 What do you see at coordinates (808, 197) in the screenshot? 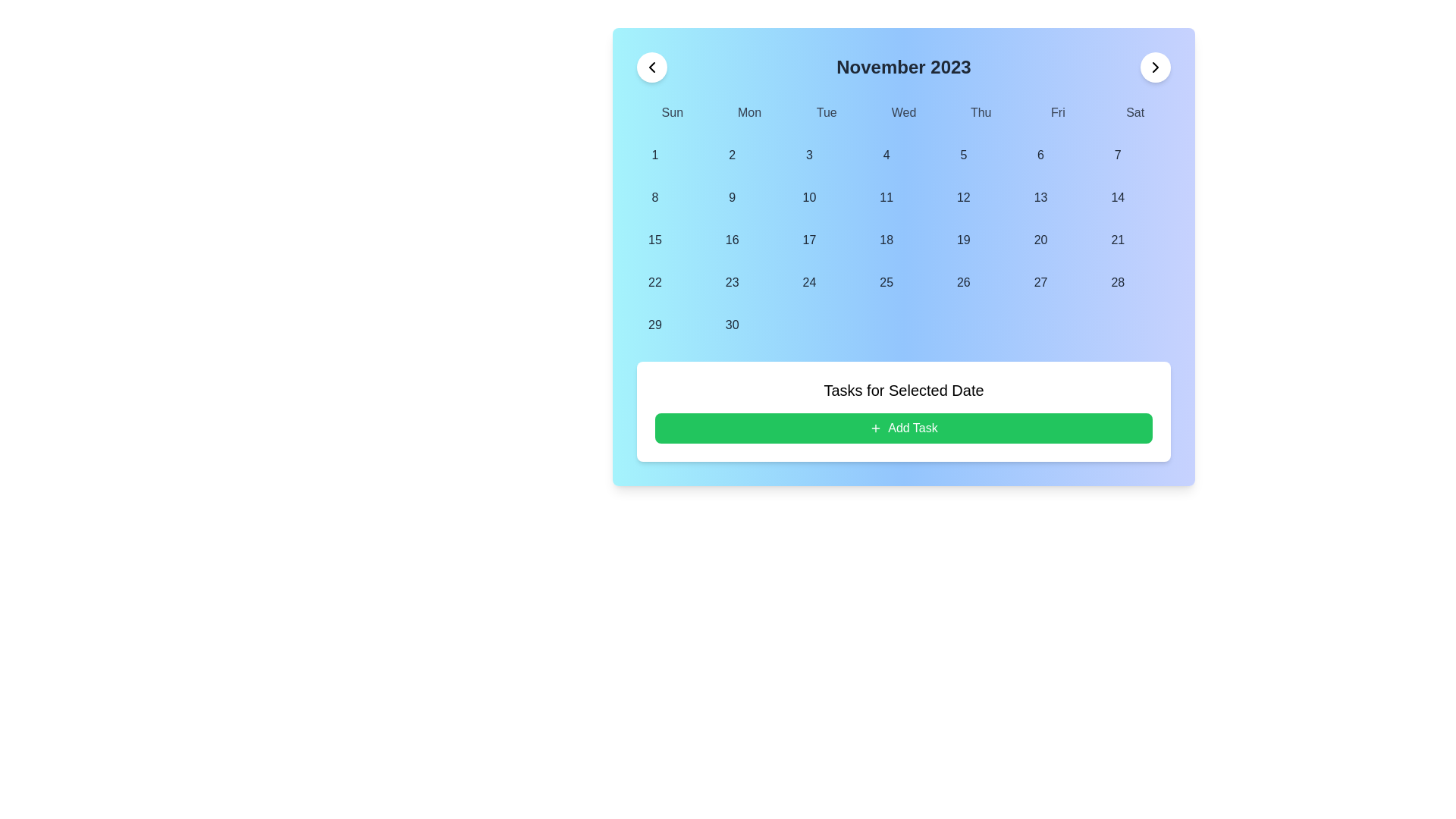
I see `the rounded square button displaying the number '10' with a light blue background` at bounding box center [808, 197].